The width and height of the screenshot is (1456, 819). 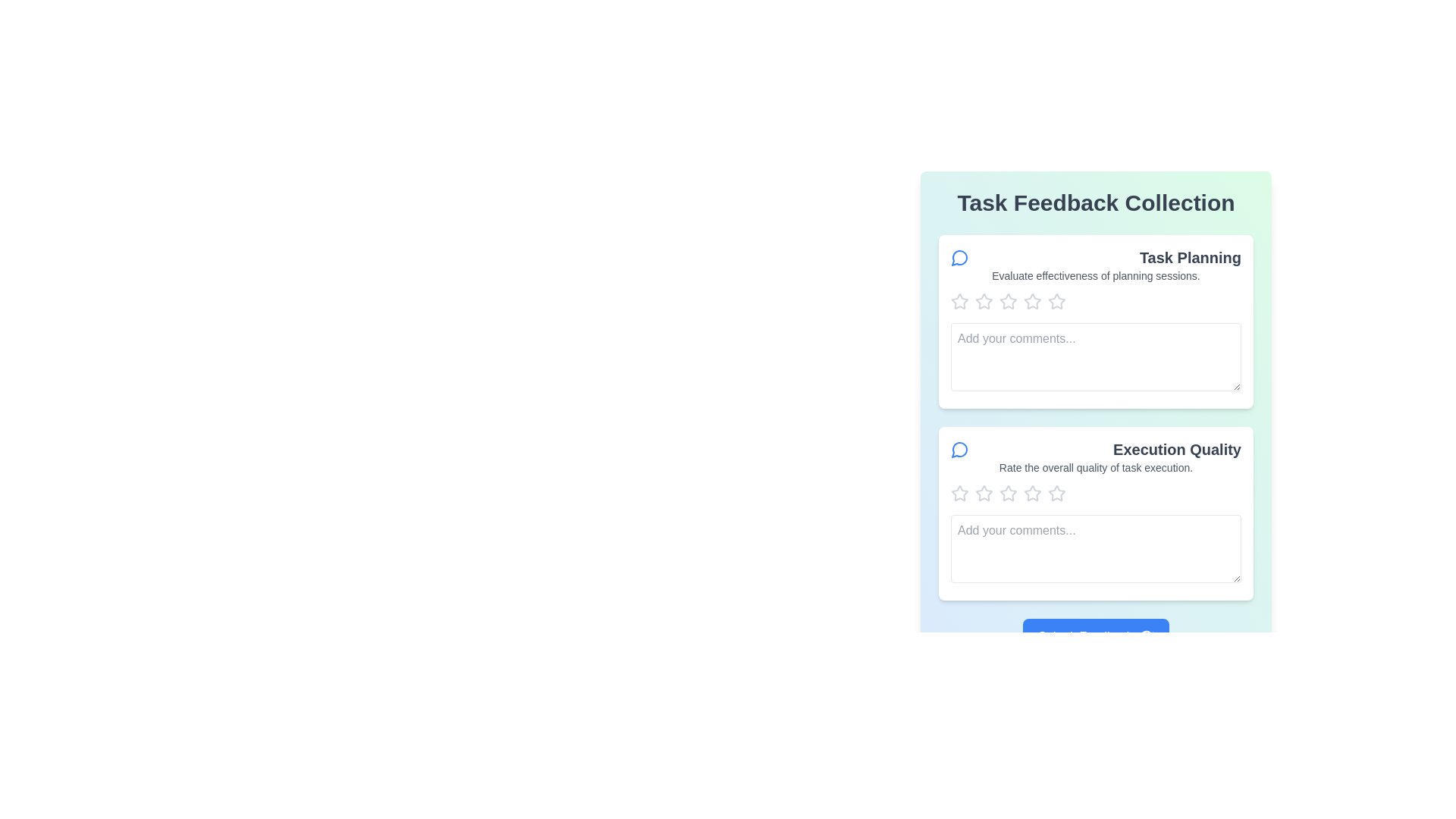 I want to click on the second rating star in the 'Execution Quality' feedback section to select a rating, so click(x=1008, y=493).